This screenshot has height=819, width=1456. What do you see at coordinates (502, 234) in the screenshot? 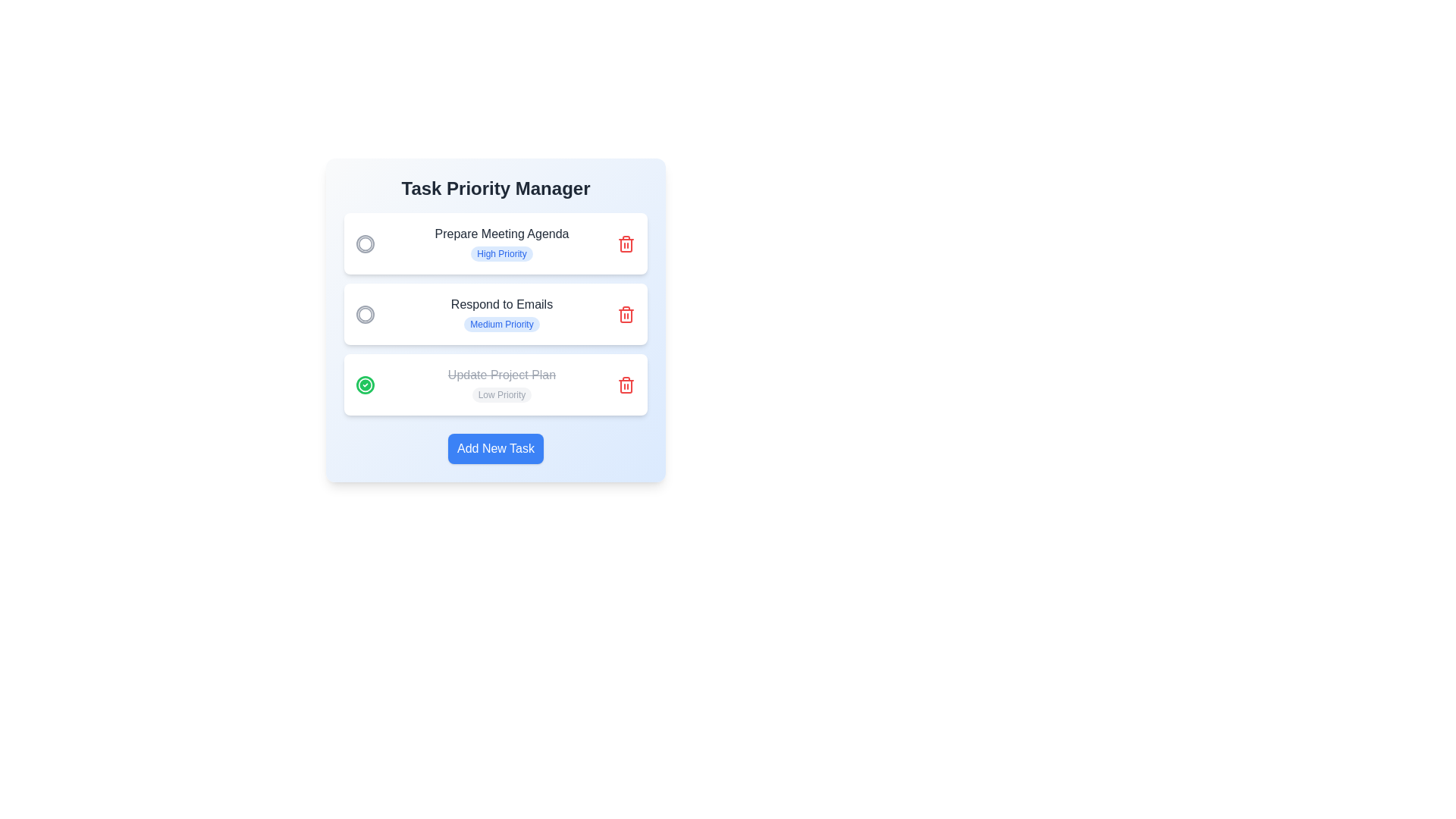
I see `the text label that displays 'Prepare Meeting Agenda', which is prominently styled in bold dark gray and is the first label` at bounding box center [502, 234].